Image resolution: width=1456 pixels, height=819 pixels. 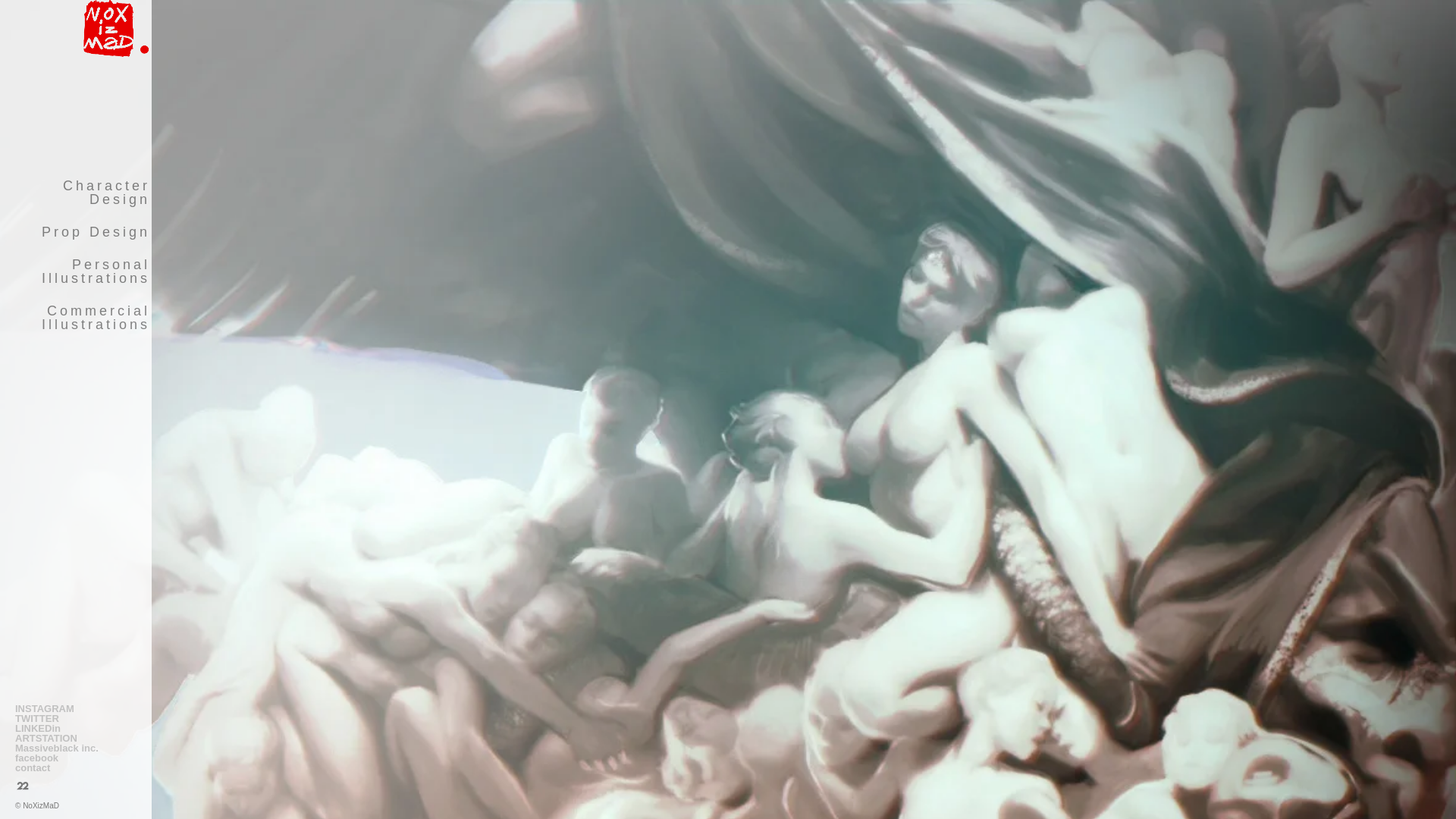 What do you see at coordinates (1, 231) in the screenshot?
I see `'Prop Design'` at bounding box center [1, 231].